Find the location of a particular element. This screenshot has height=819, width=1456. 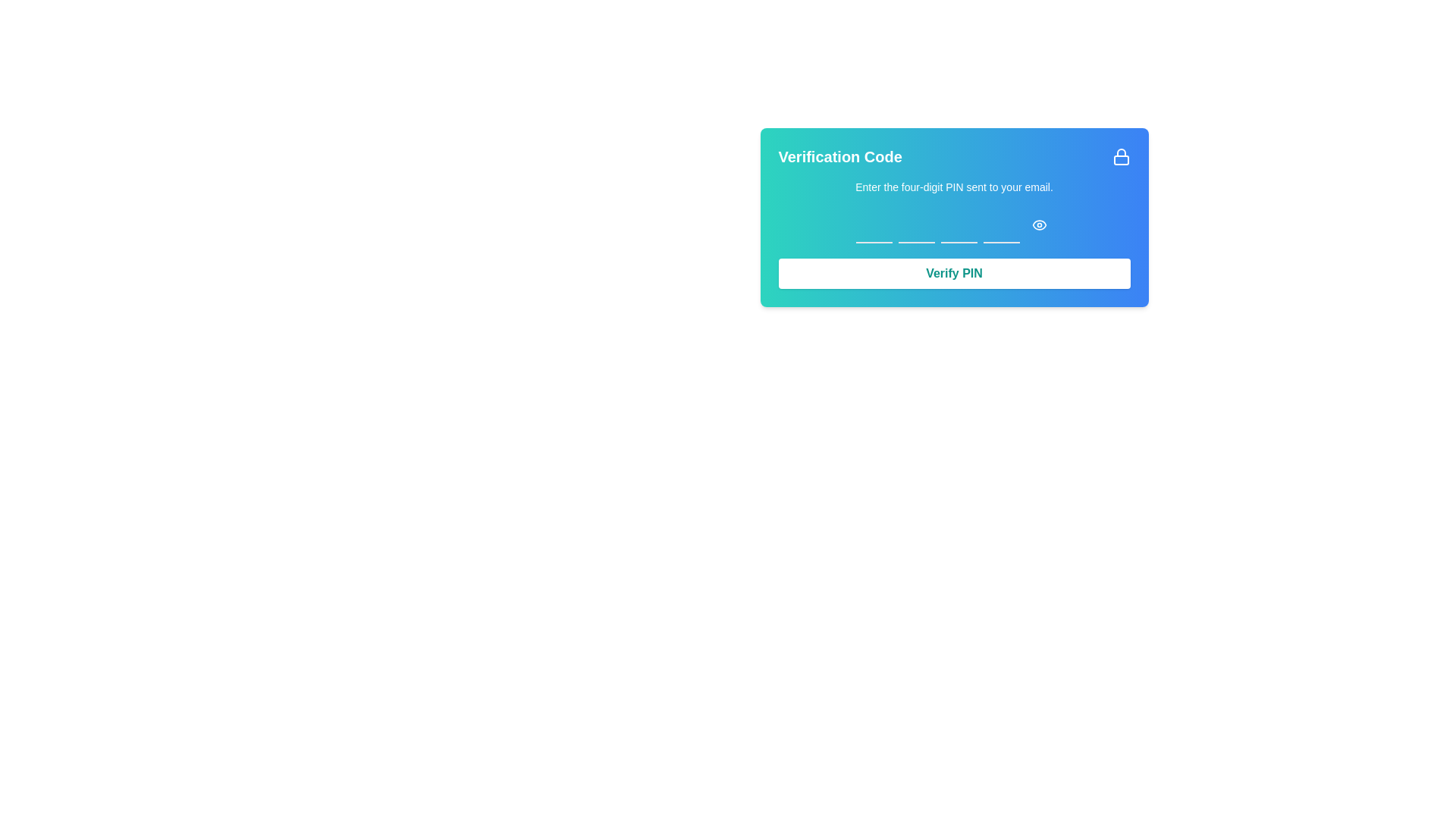

the visibility toggle button located to the right of the verification code input fields is located at coordinates (1038, 225).